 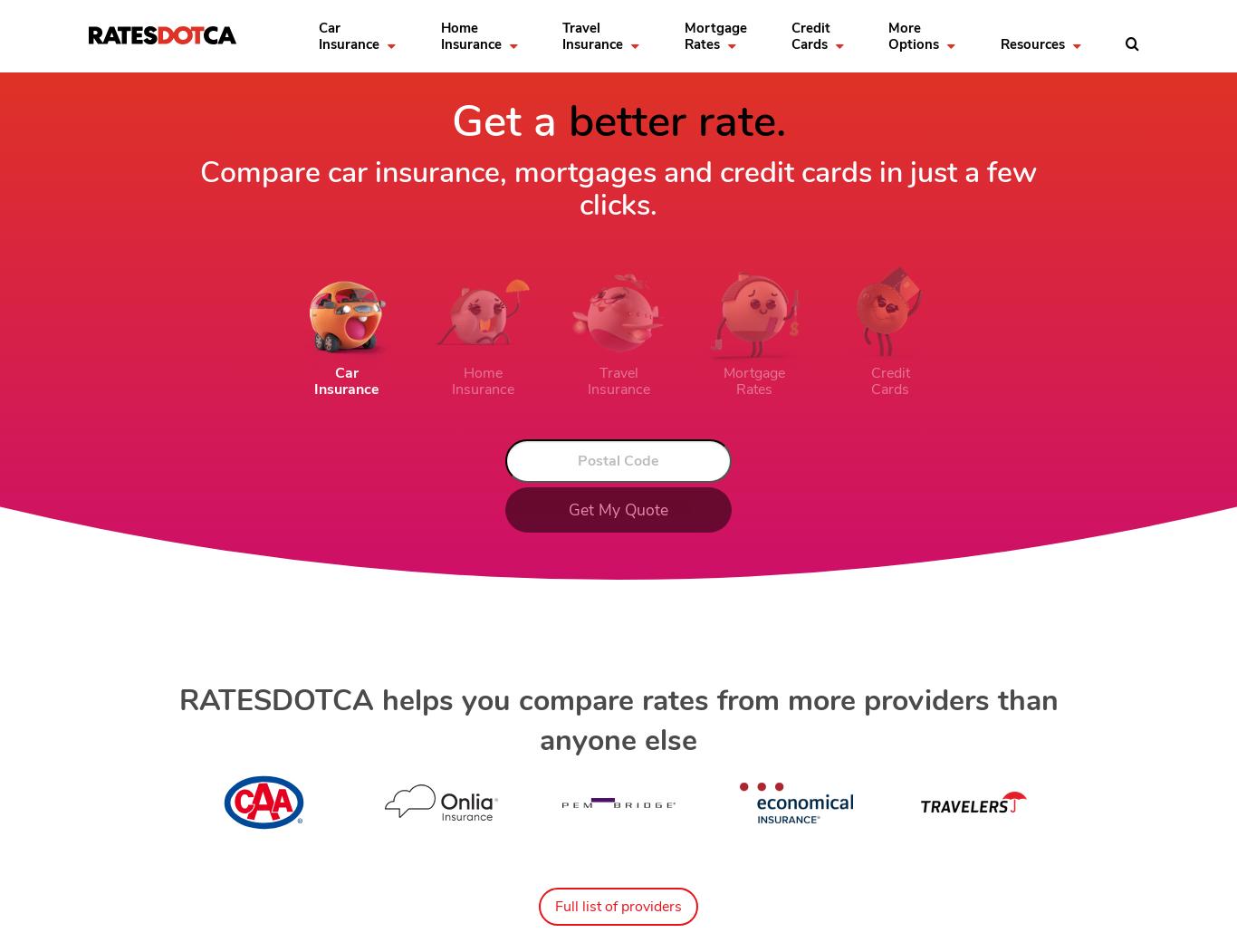 What do you see at coordinates (712, 126) in the screenshot?
I see `'International Students Travel Insurance'` at bounding box center [712, 126].